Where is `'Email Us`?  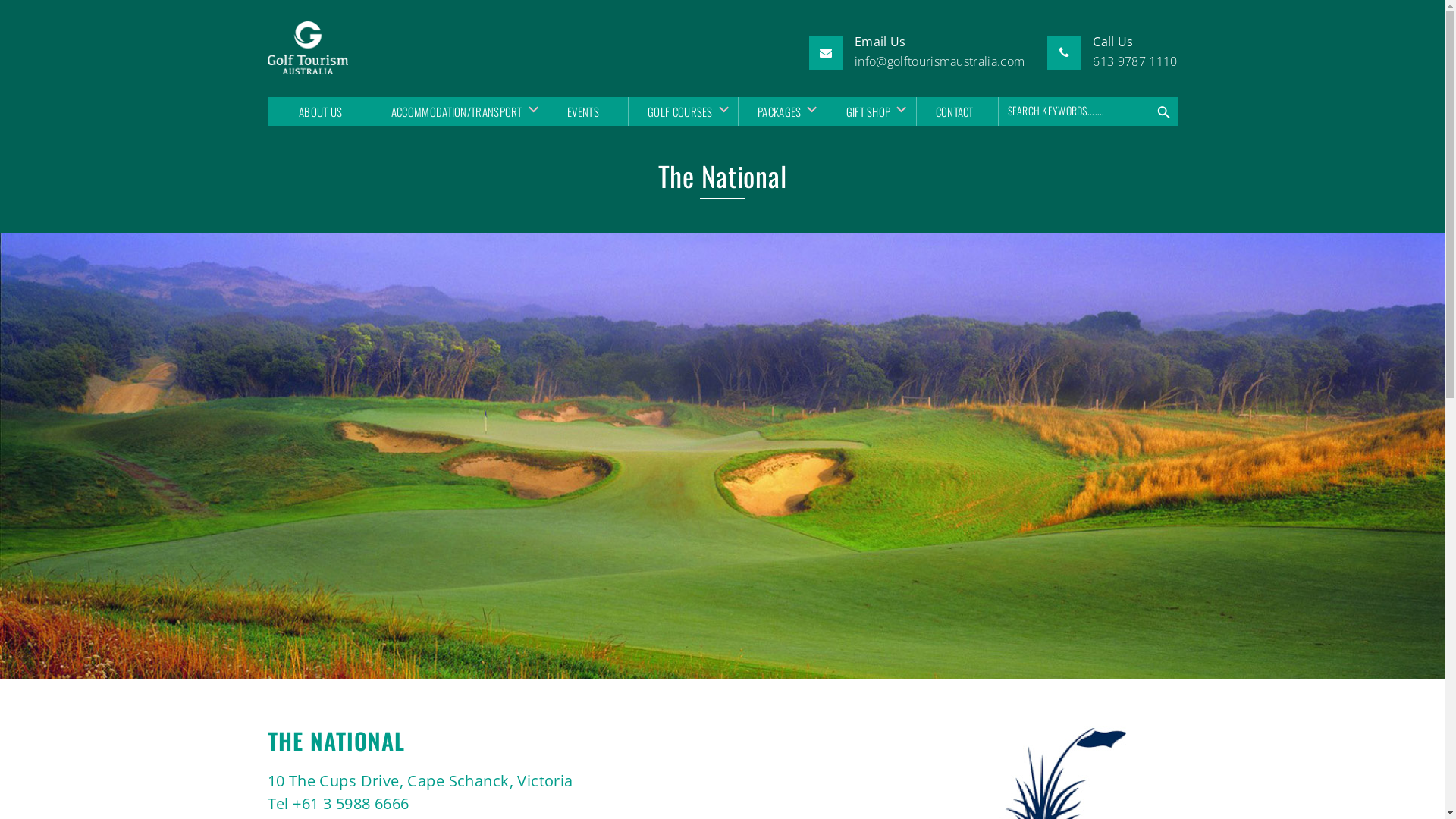
'Email Us is located at coordinates (938, 51).